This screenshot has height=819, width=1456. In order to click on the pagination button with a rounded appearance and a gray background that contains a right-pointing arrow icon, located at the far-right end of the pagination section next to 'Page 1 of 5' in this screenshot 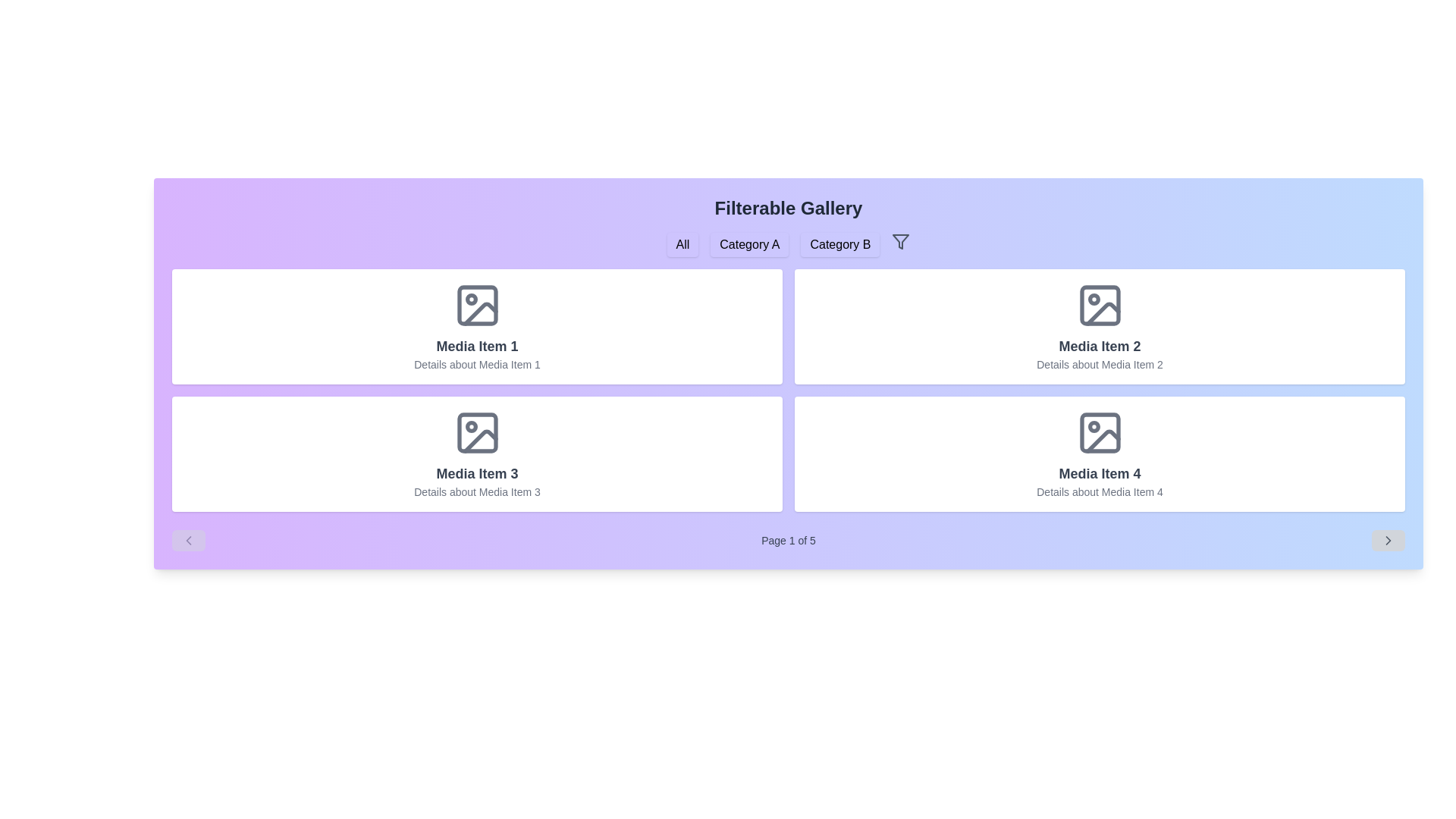, I will do `click(1388, 540)`.